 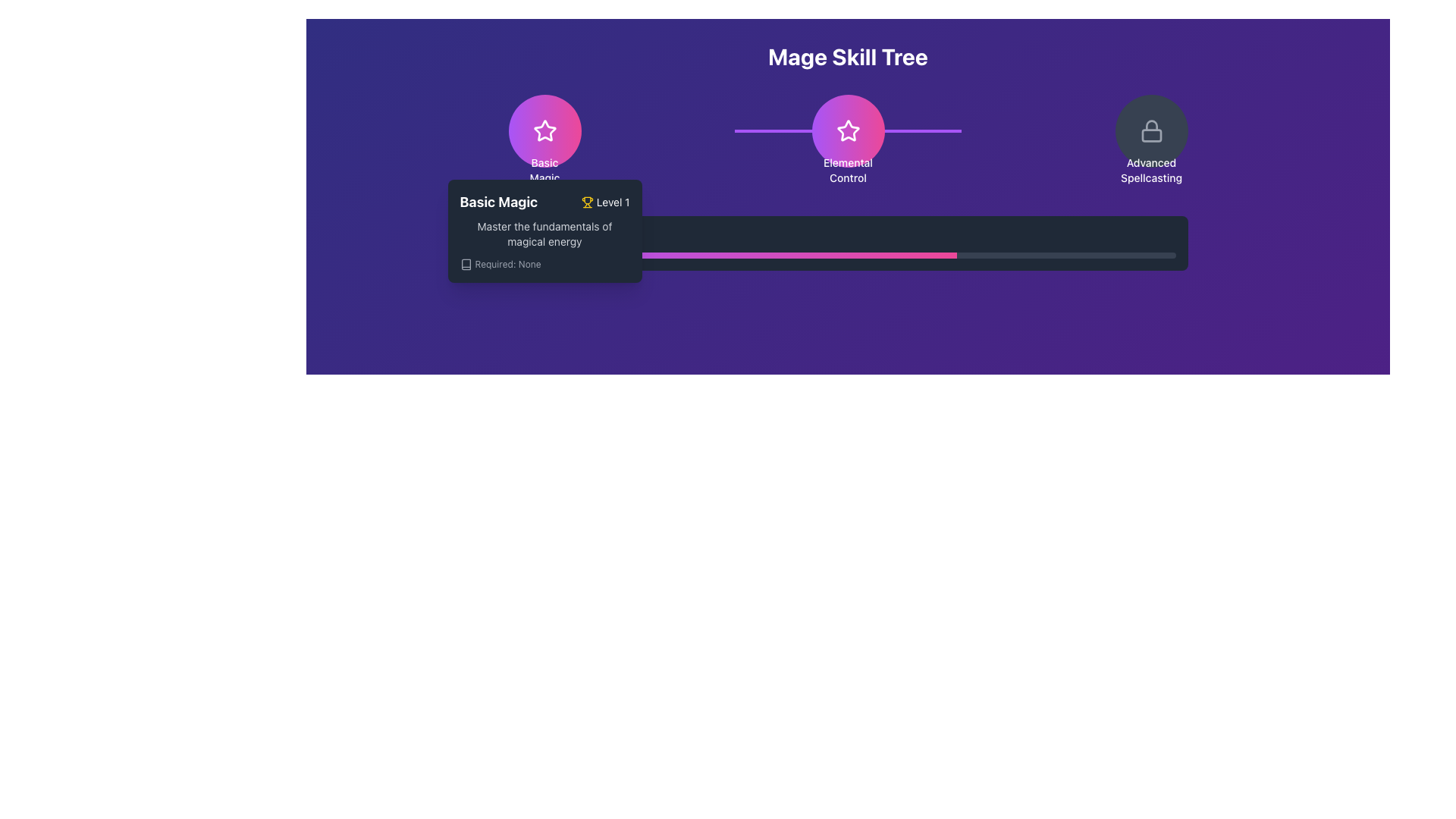 What do you see at coordinates (1151, 130) in the screenshot?
I see `the lock icon indicating that 'Advanced Spellcasting' is locked, located in the top-right portion of the interface` at bounding box center [1151, 130].